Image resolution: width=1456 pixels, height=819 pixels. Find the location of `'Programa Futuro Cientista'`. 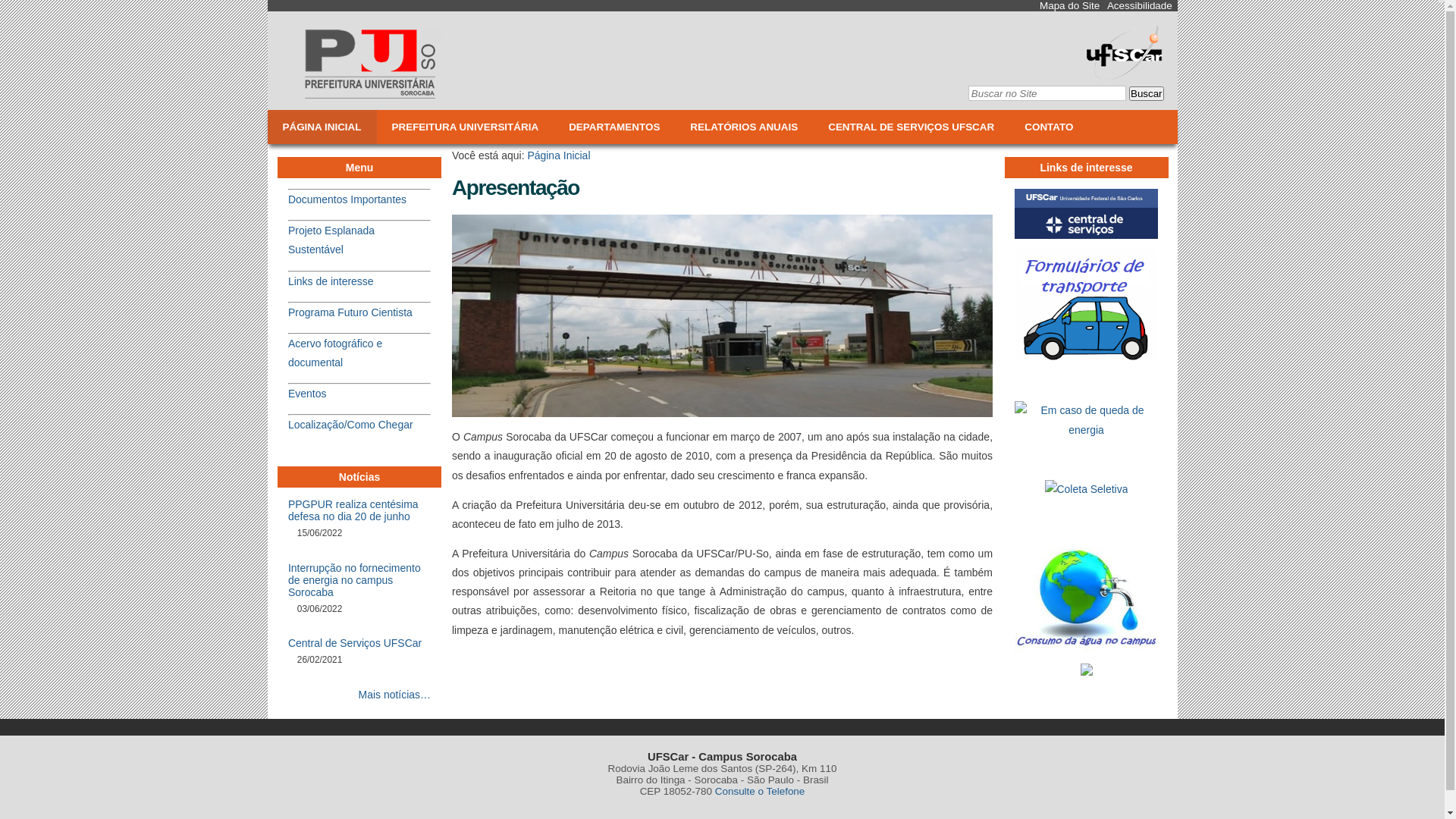

'Programa Futuro Cientista' is located at coordinates (349, 312).